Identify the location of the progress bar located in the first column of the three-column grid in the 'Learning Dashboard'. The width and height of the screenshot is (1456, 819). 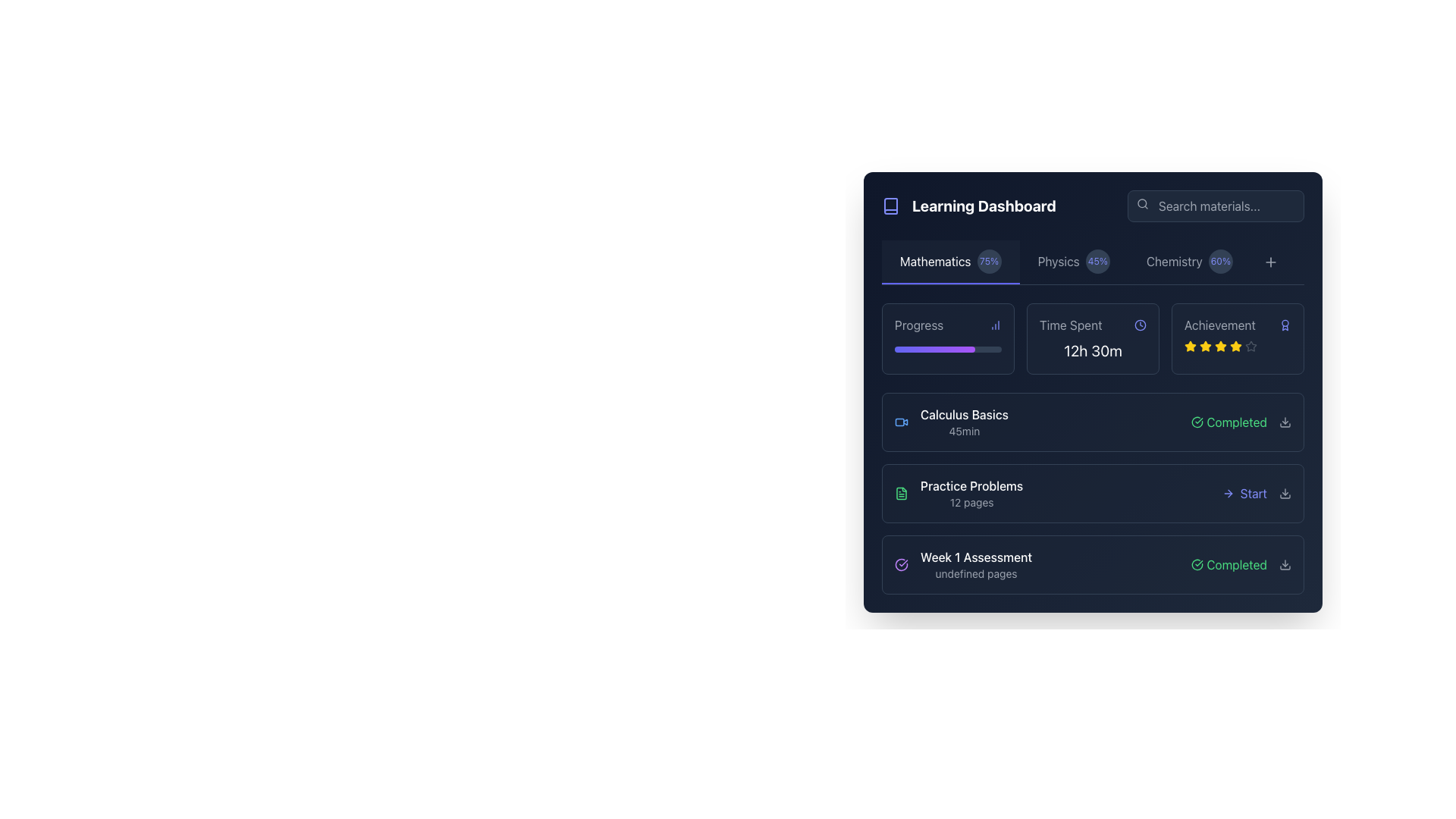
(947, 338).